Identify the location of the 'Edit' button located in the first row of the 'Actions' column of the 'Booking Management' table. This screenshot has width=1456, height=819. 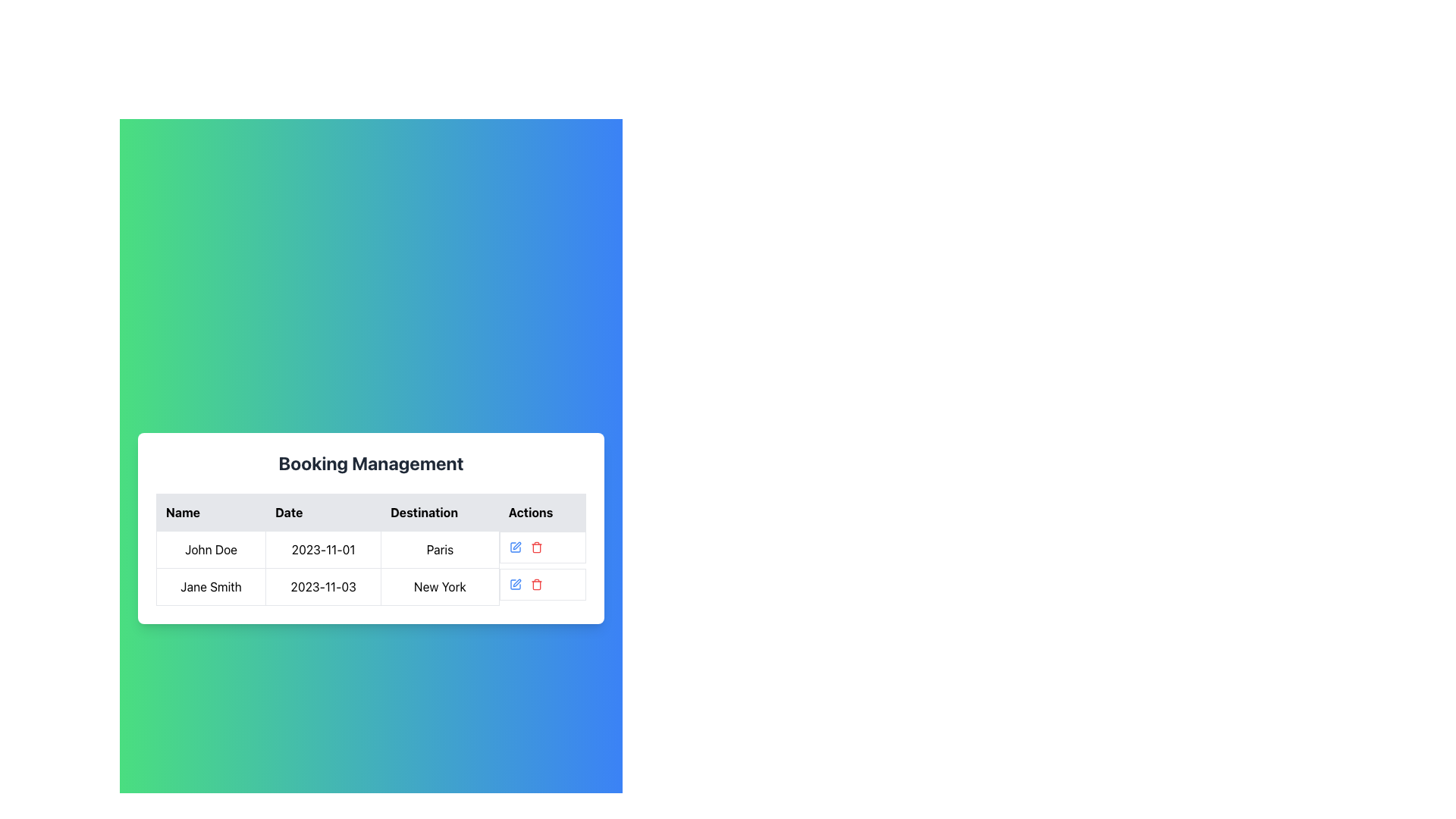
(515, 547).